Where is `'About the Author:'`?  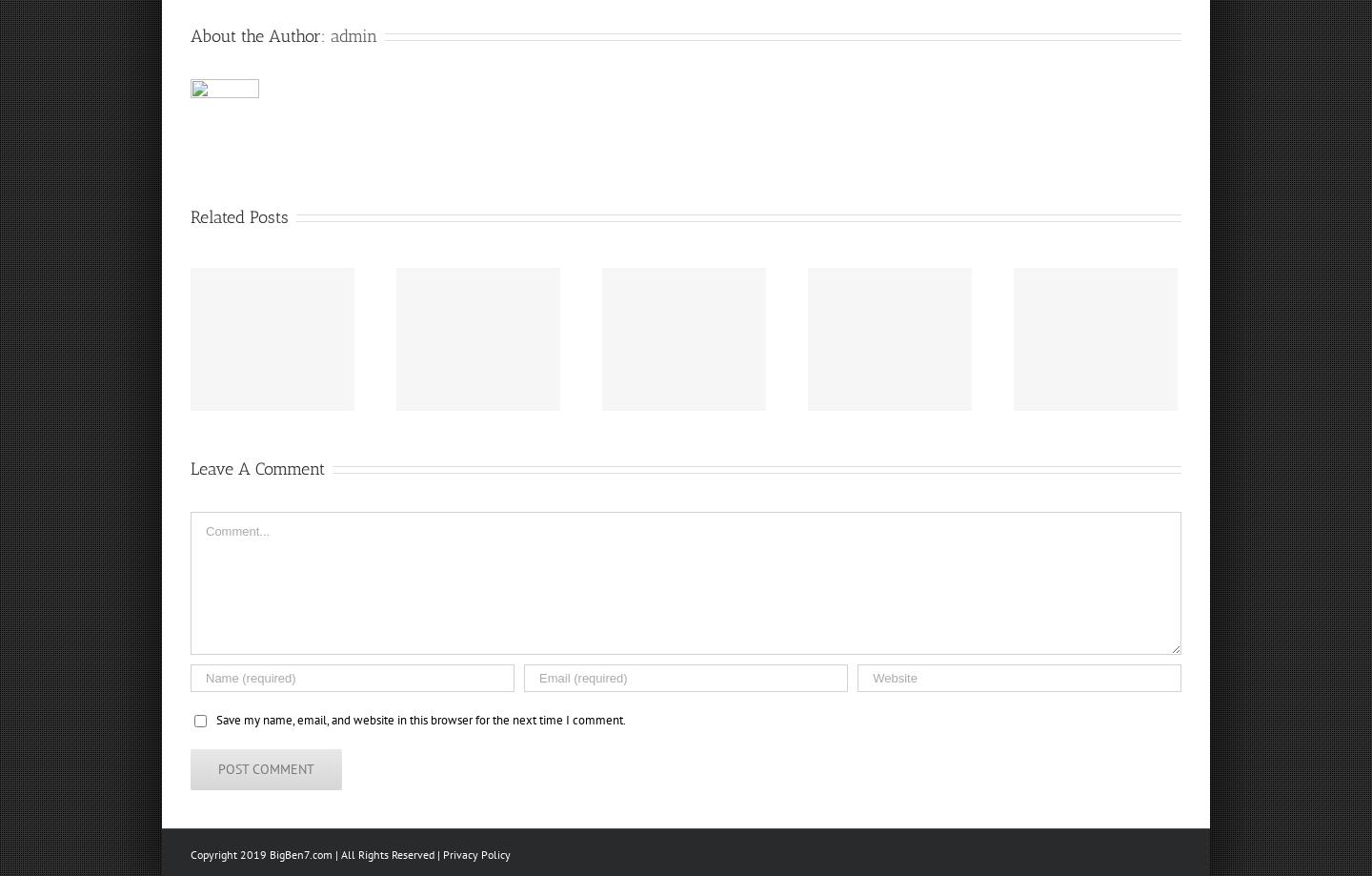
'About the Author:' is located at coordinates (259, 35).